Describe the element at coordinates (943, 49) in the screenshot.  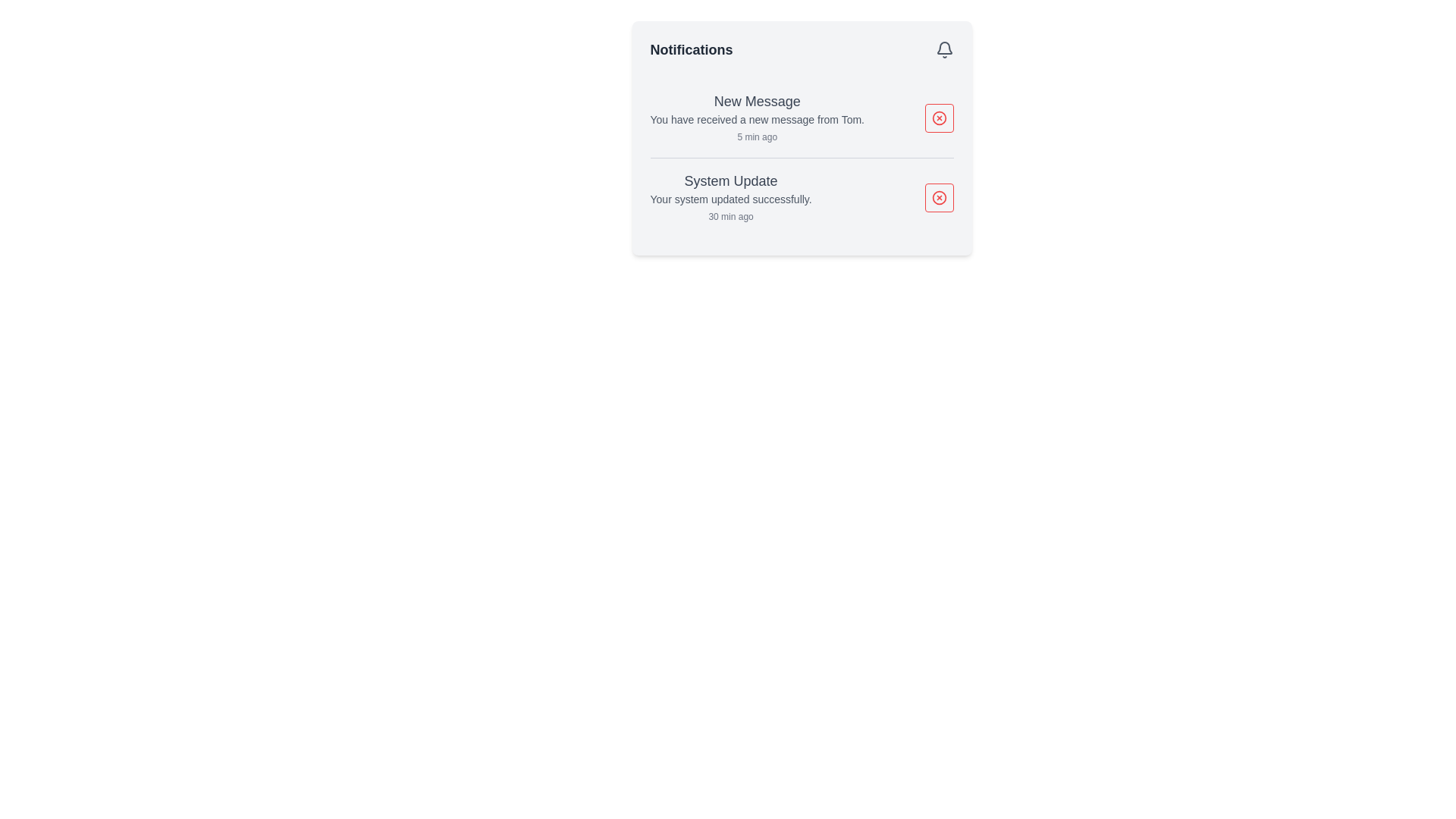
I see `the bell icon in the top-right corner of the notifications card` at that location.